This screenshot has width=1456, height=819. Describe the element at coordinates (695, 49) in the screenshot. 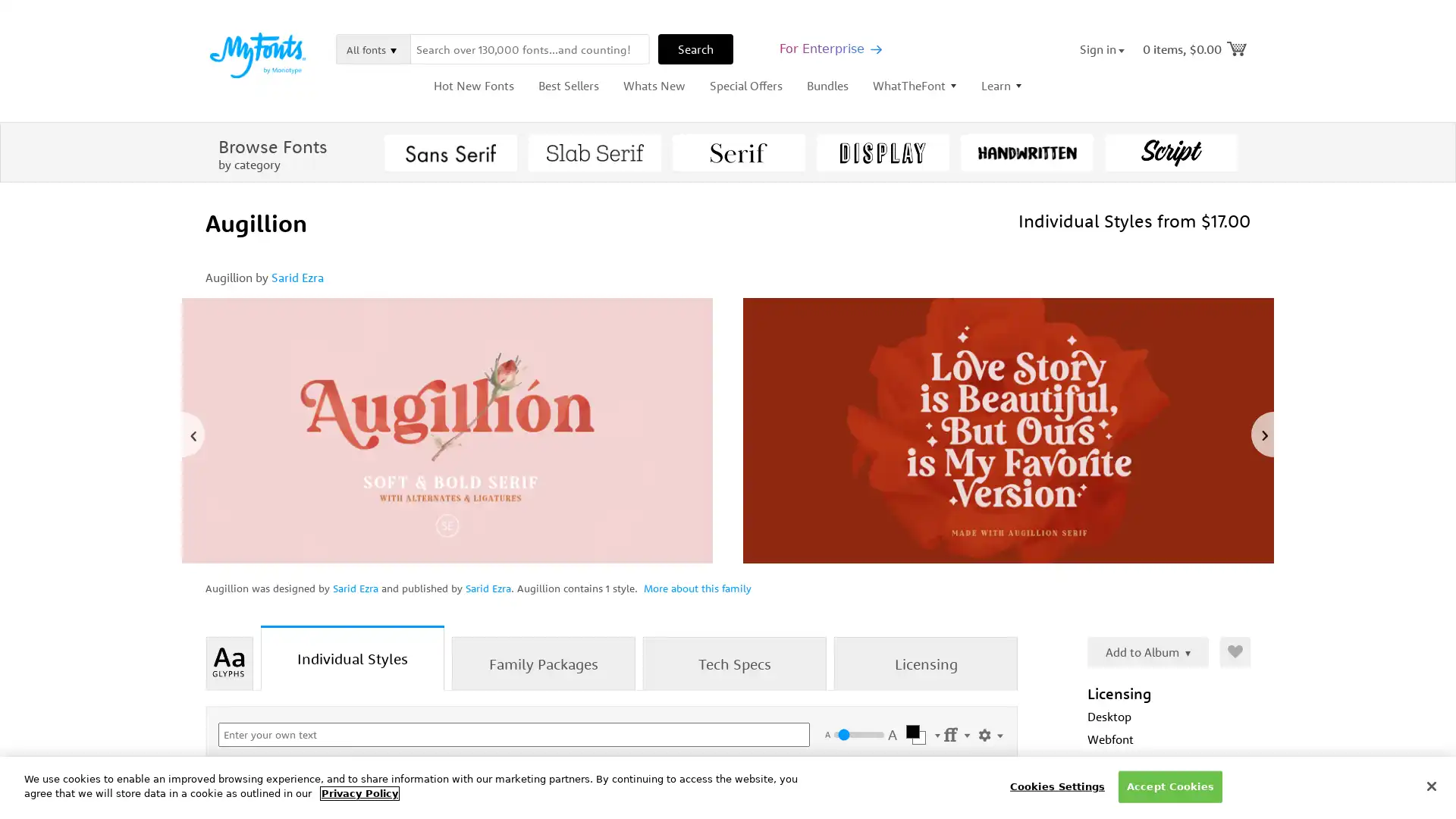

I see `Search` at that location.